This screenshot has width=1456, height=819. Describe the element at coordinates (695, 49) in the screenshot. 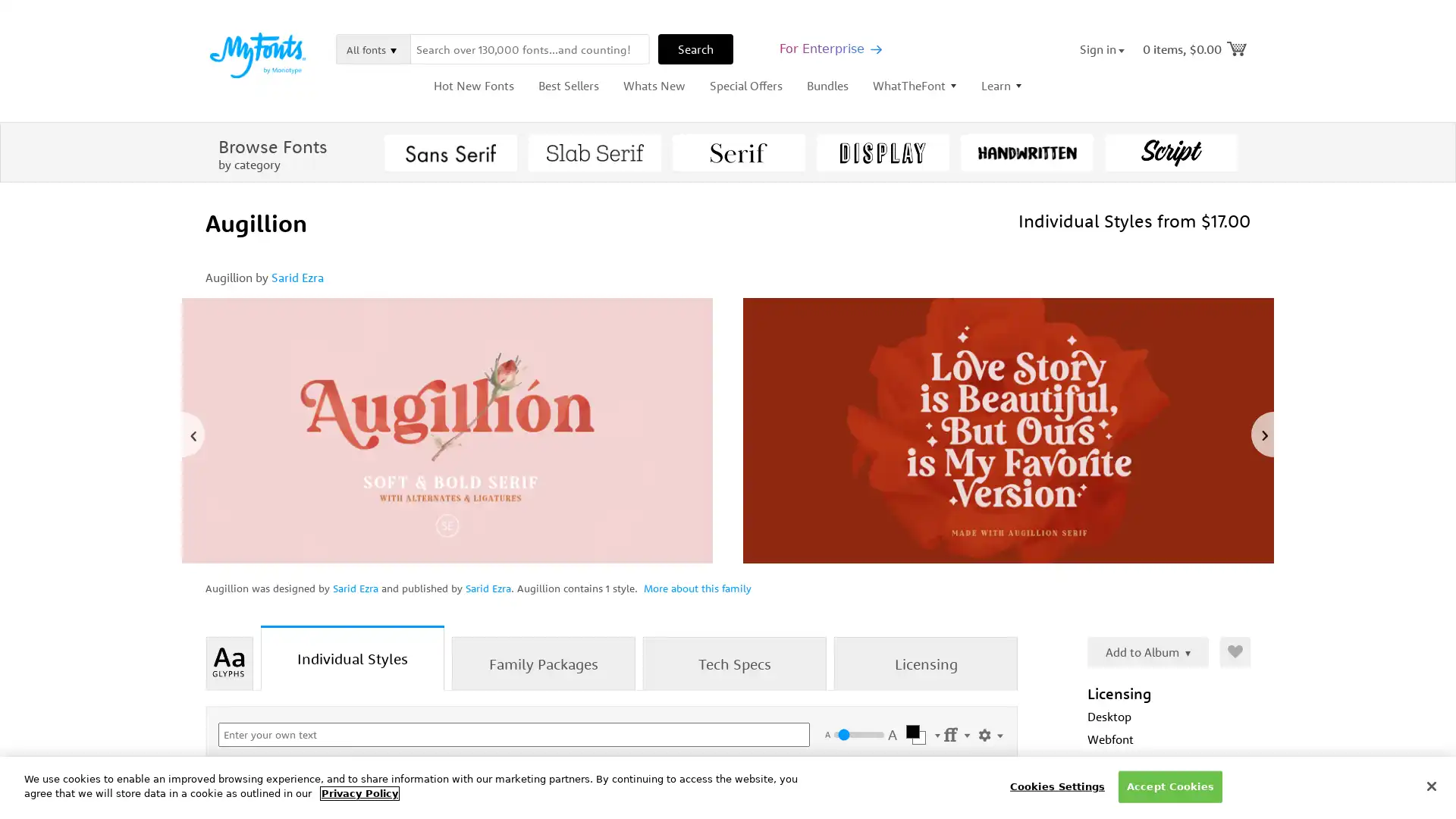

I see `Search` at that location.